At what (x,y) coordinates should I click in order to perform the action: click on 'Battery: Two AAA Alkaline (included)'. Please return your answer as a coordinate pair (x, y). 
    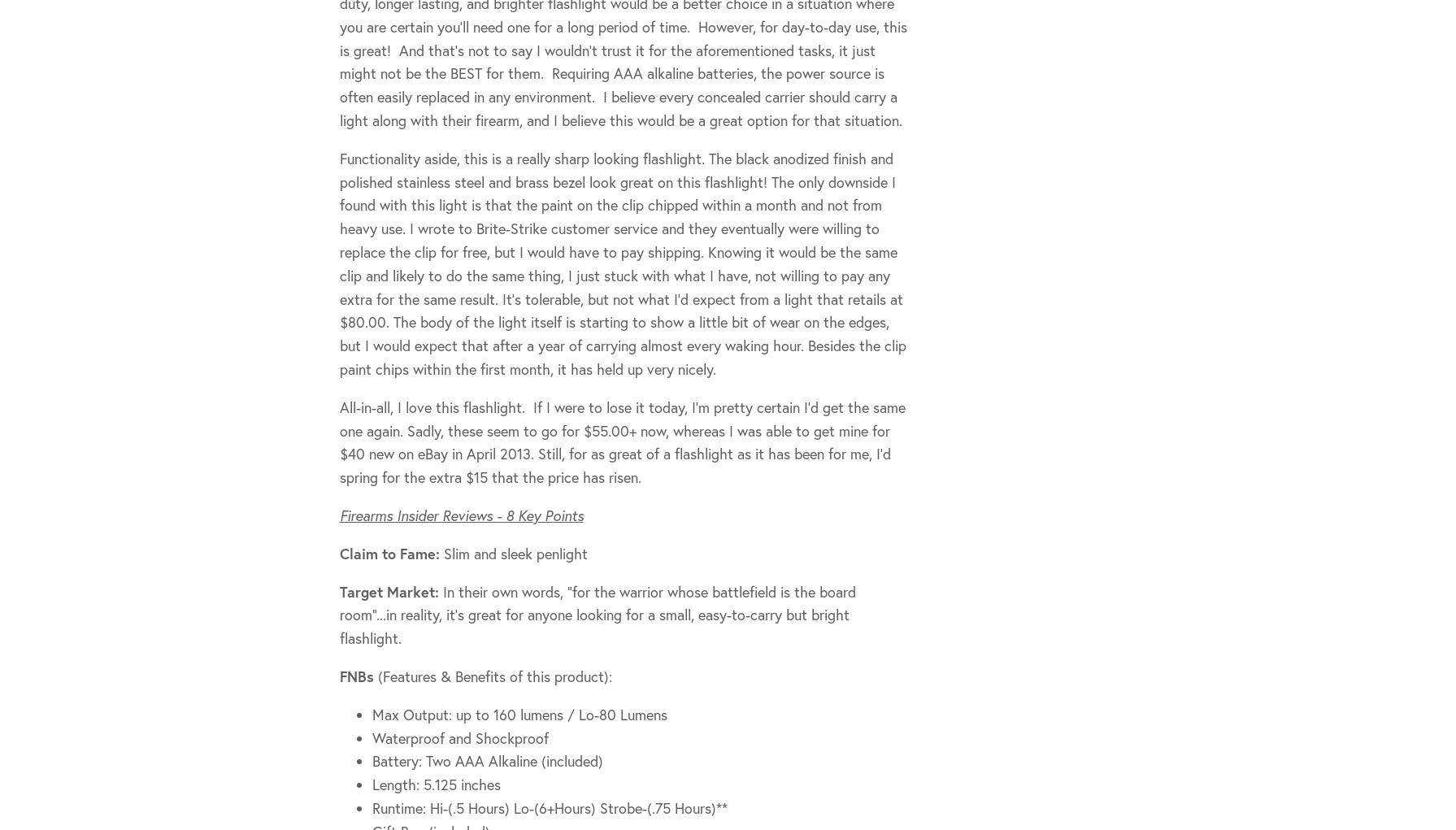
    Looking at the image, I should click on (487, 760).